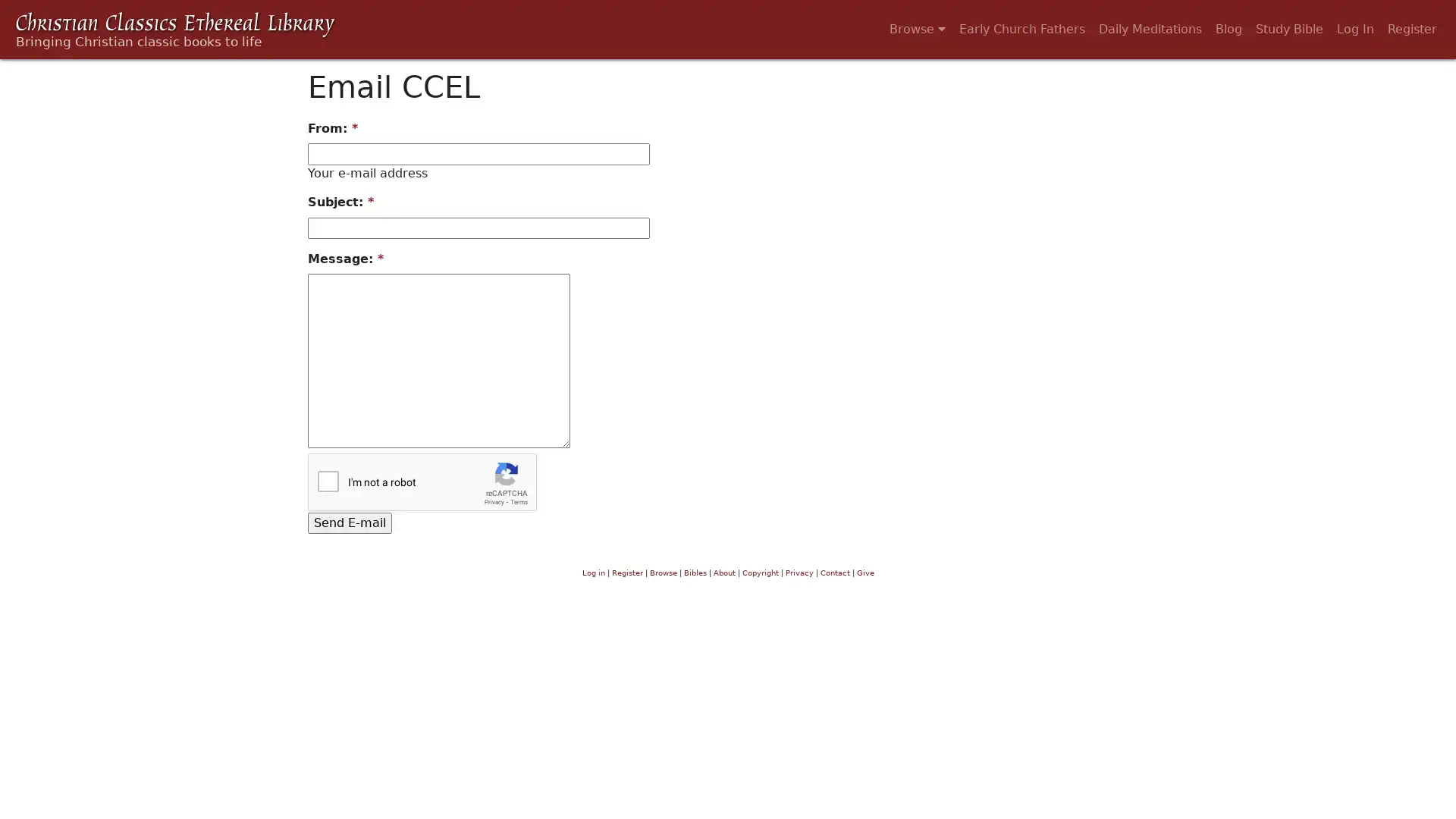 This screenshot has width=1456, height=819. Describe the element at coordinates (1150, 29) in the screenshot. I see `Daily Meditations` at that location.